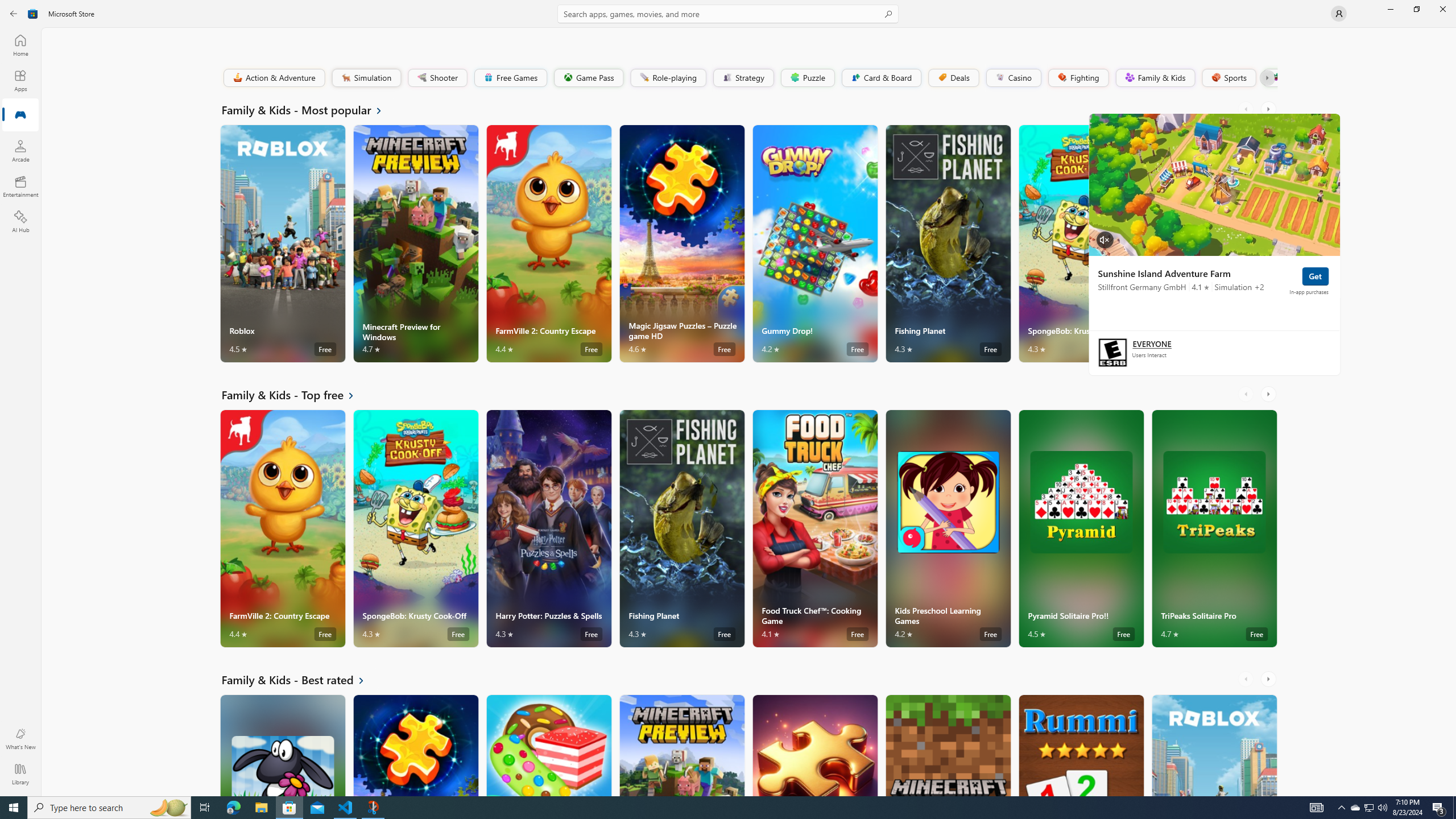  Describe the element at coordinates (19, 150) in the screenshot. I see `'Arcade'` at that location.